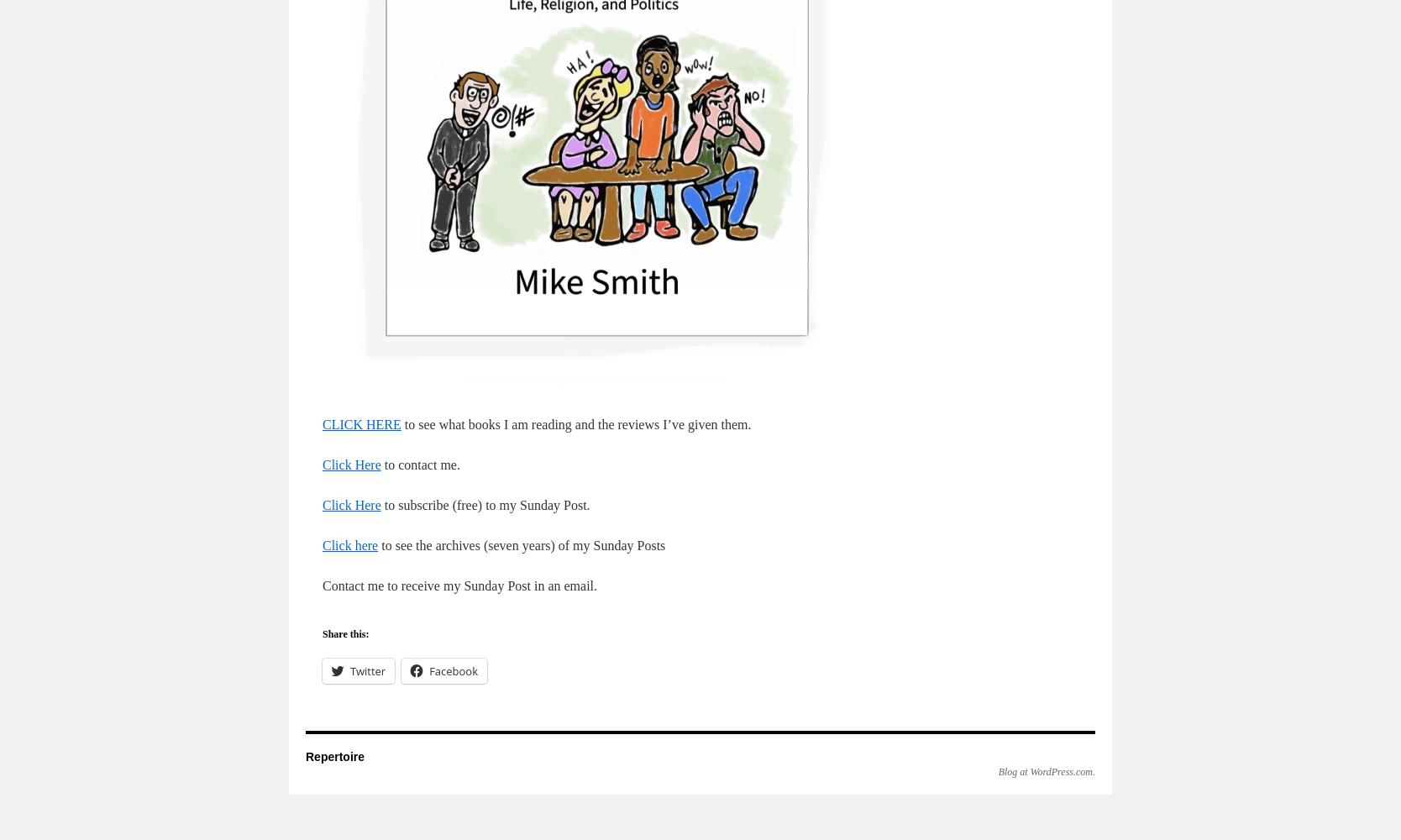  I want to click on 'Twitter', so click(368, 671).